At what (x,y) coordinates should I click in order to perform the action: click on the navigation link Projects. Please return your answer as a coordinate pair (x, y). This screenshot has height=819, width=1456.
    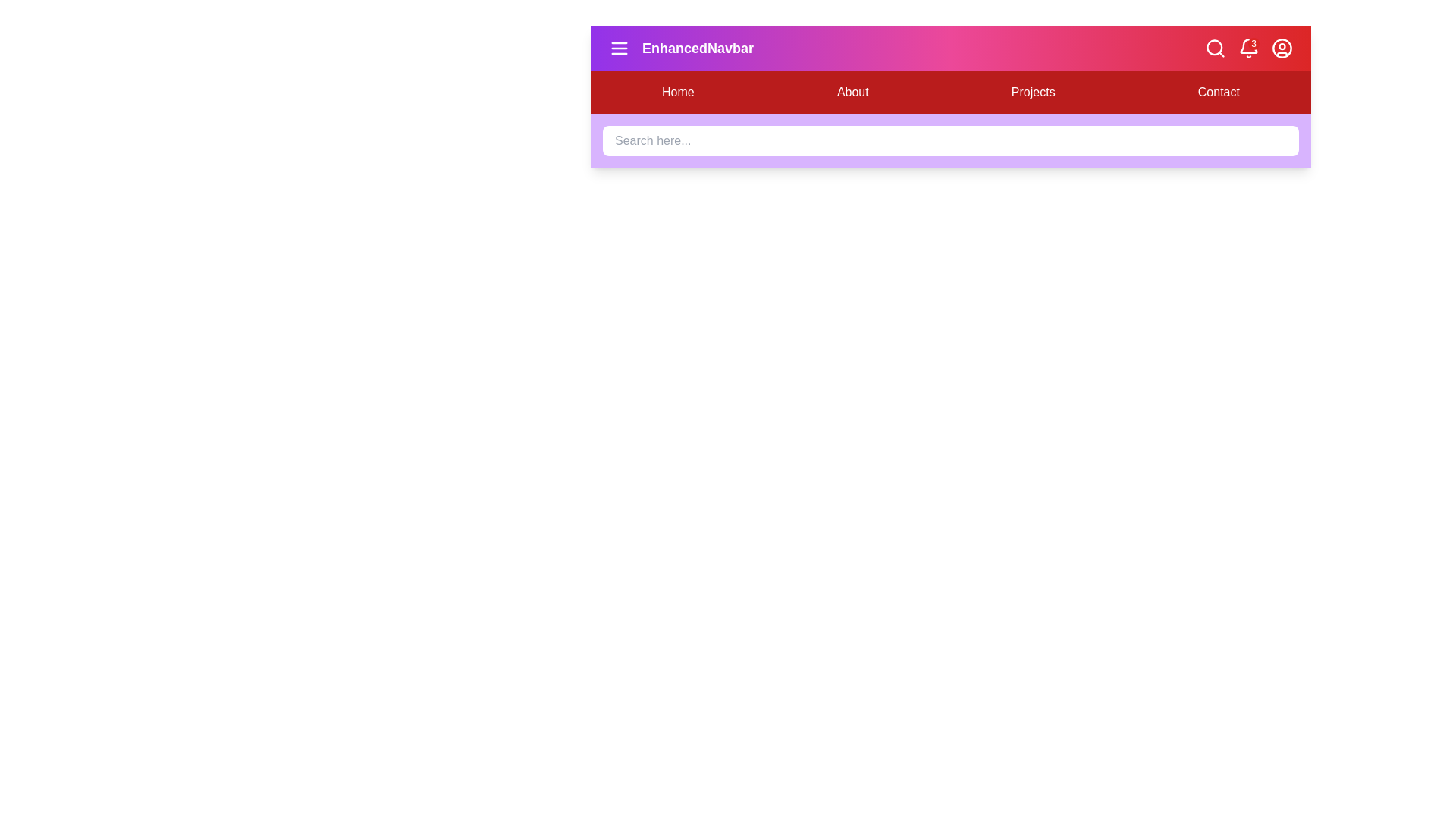
    Looking at the image, I should click on (1032, 93).